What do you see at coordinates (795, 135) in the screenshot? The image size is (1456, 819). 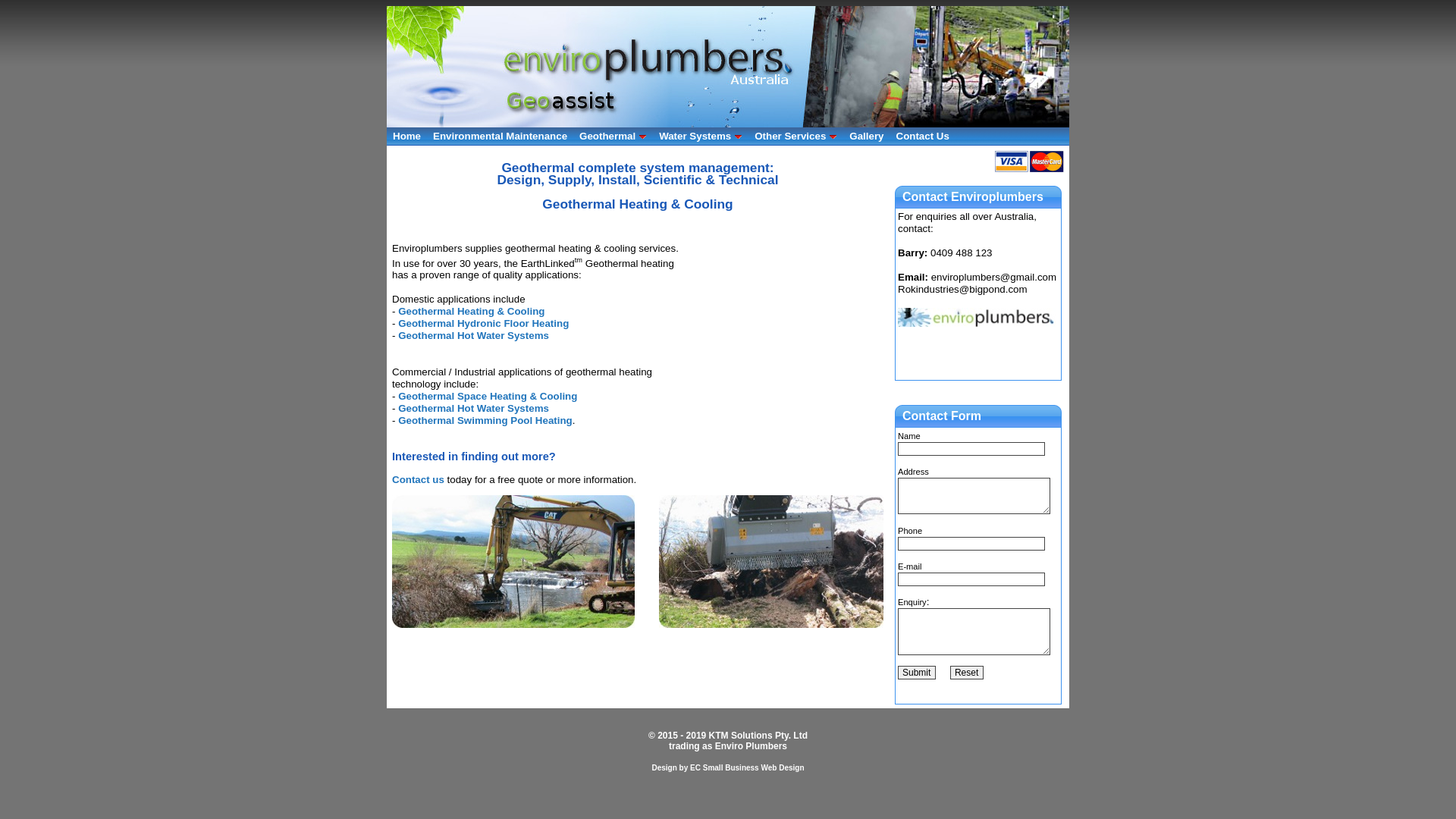 I see `'Other Services'` at bounding box center [795, 135].